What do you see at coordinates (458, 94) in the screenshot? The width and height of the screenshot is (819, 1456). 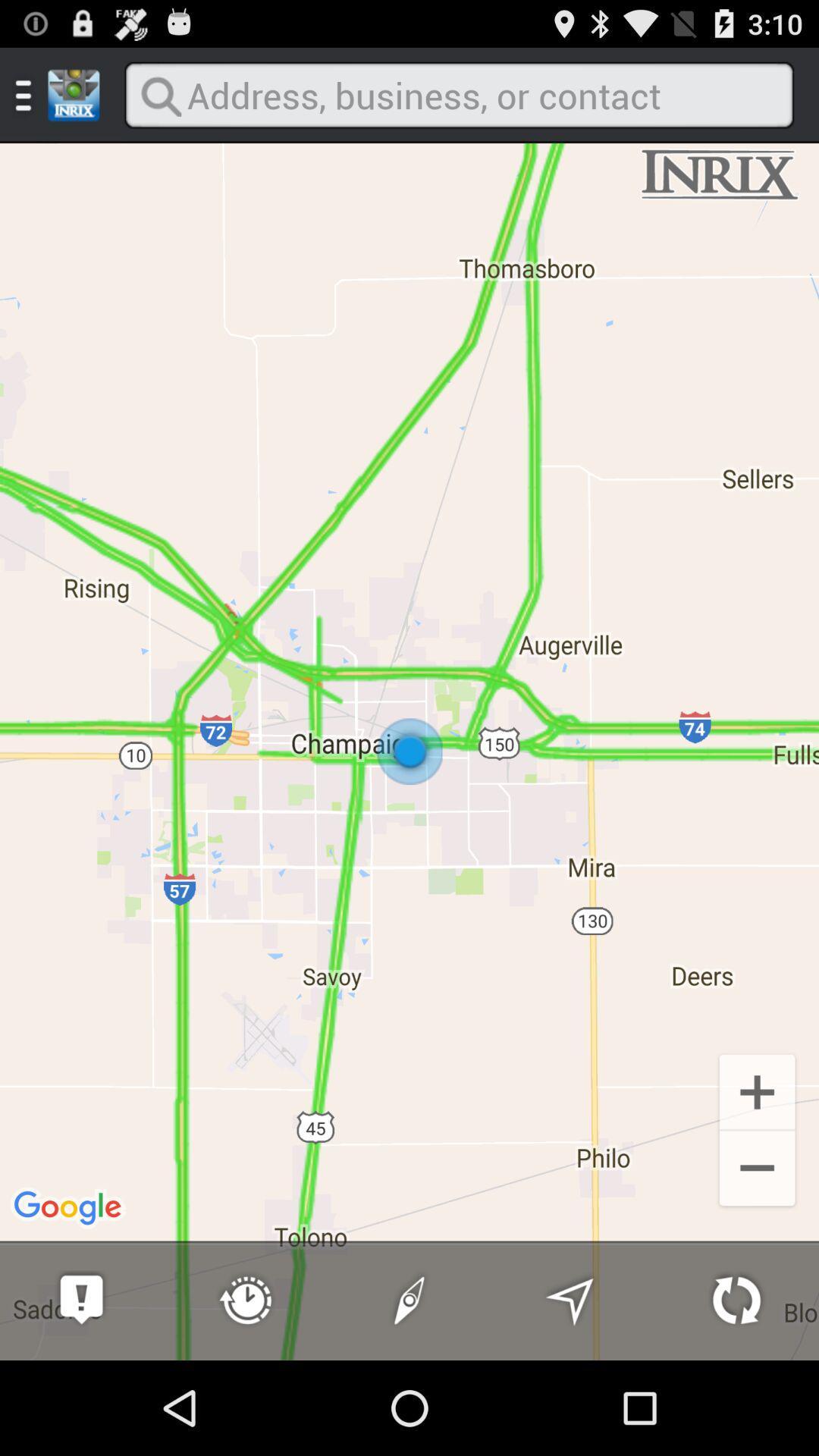 I see `search by specific information` at bounding box center [458, 94].